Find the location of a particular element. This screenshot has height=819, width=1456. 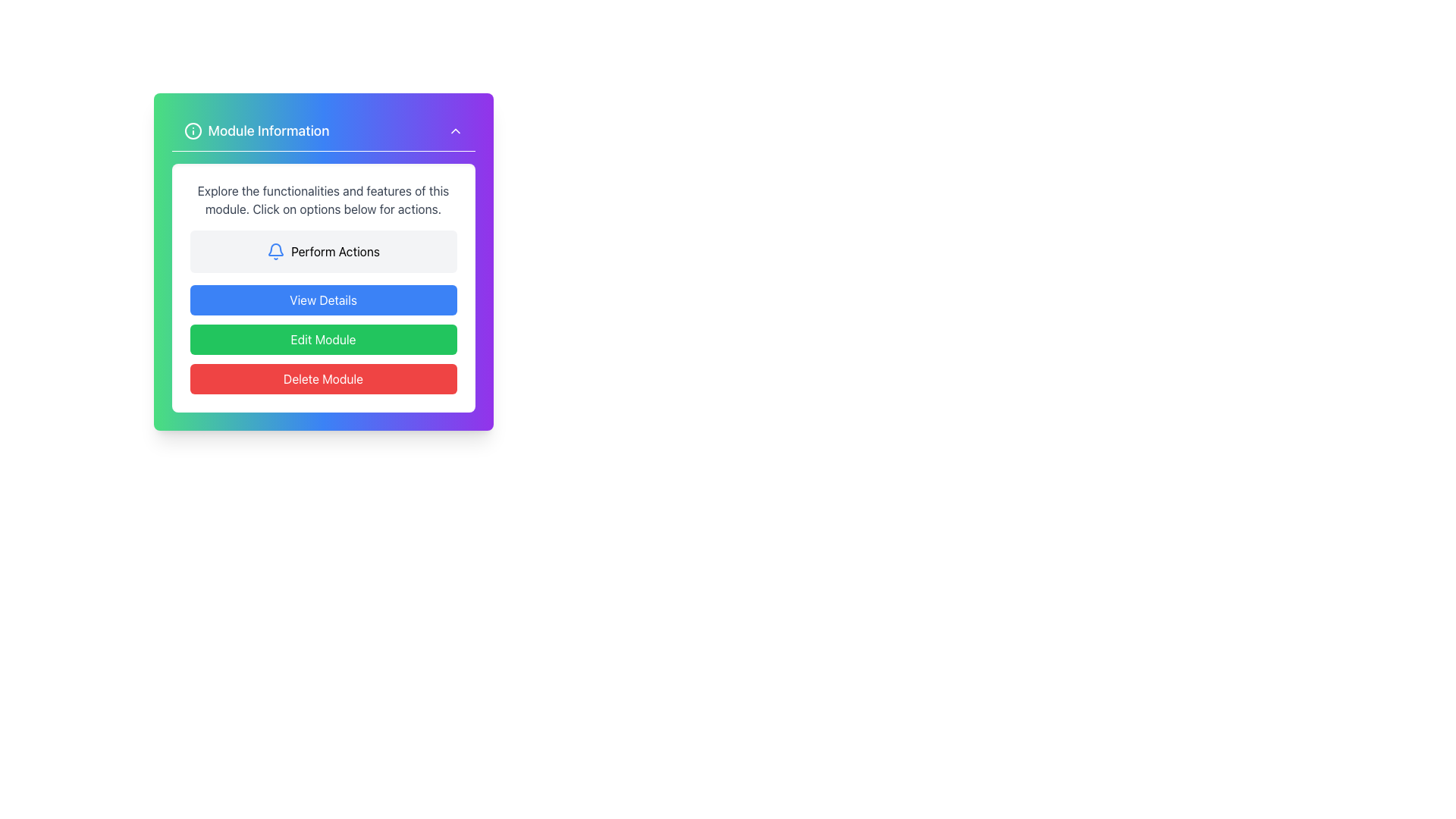

the circular SVG icon with an outlined border located to the left of the 'Module Information' text header is located at coordinates (192, 130).